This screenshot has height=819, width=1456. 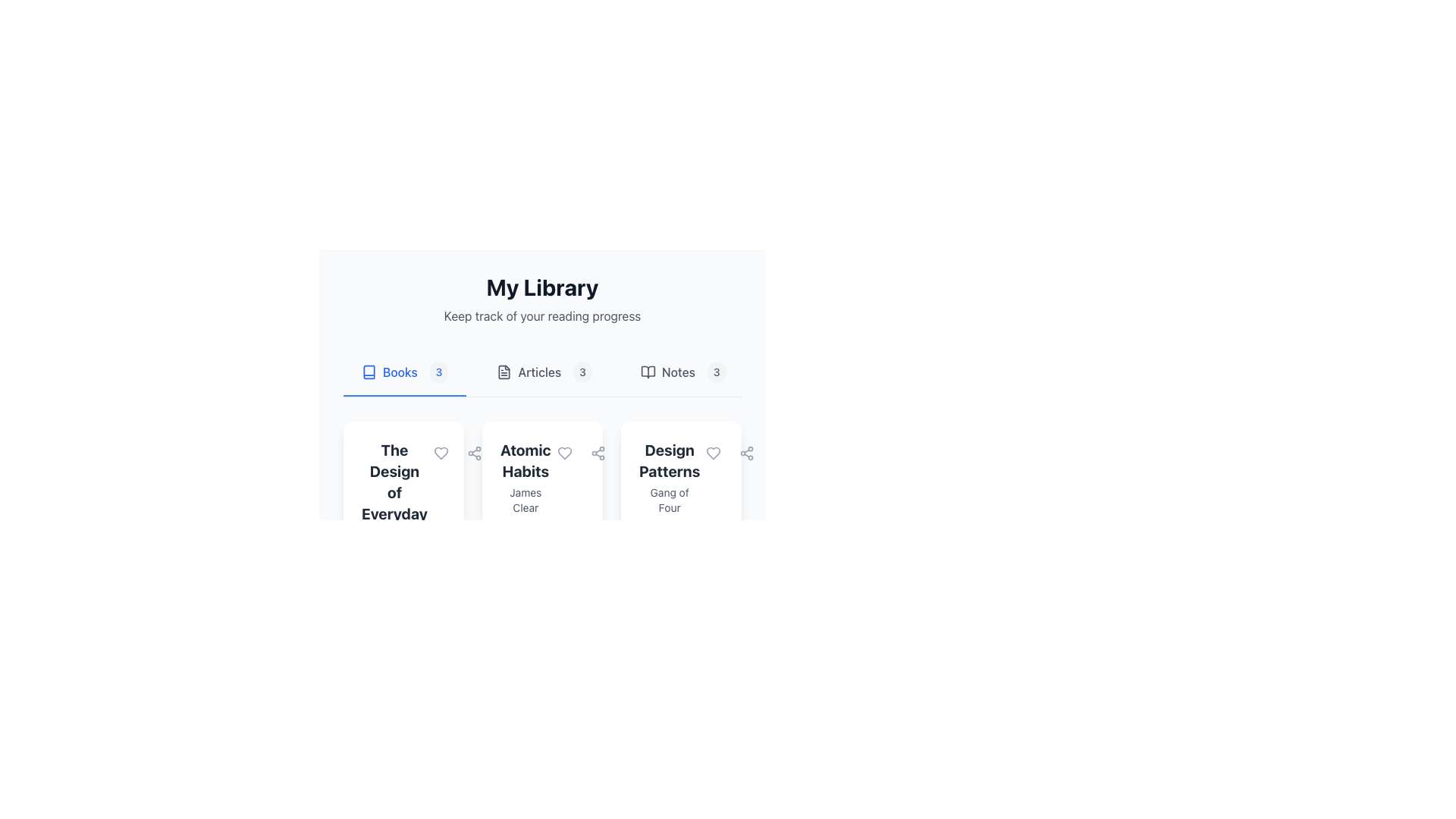 I want to click on the text label displaying 'Gang of Four', which is positioned below the title 'Design Patterns', so click(x=669, y=500).